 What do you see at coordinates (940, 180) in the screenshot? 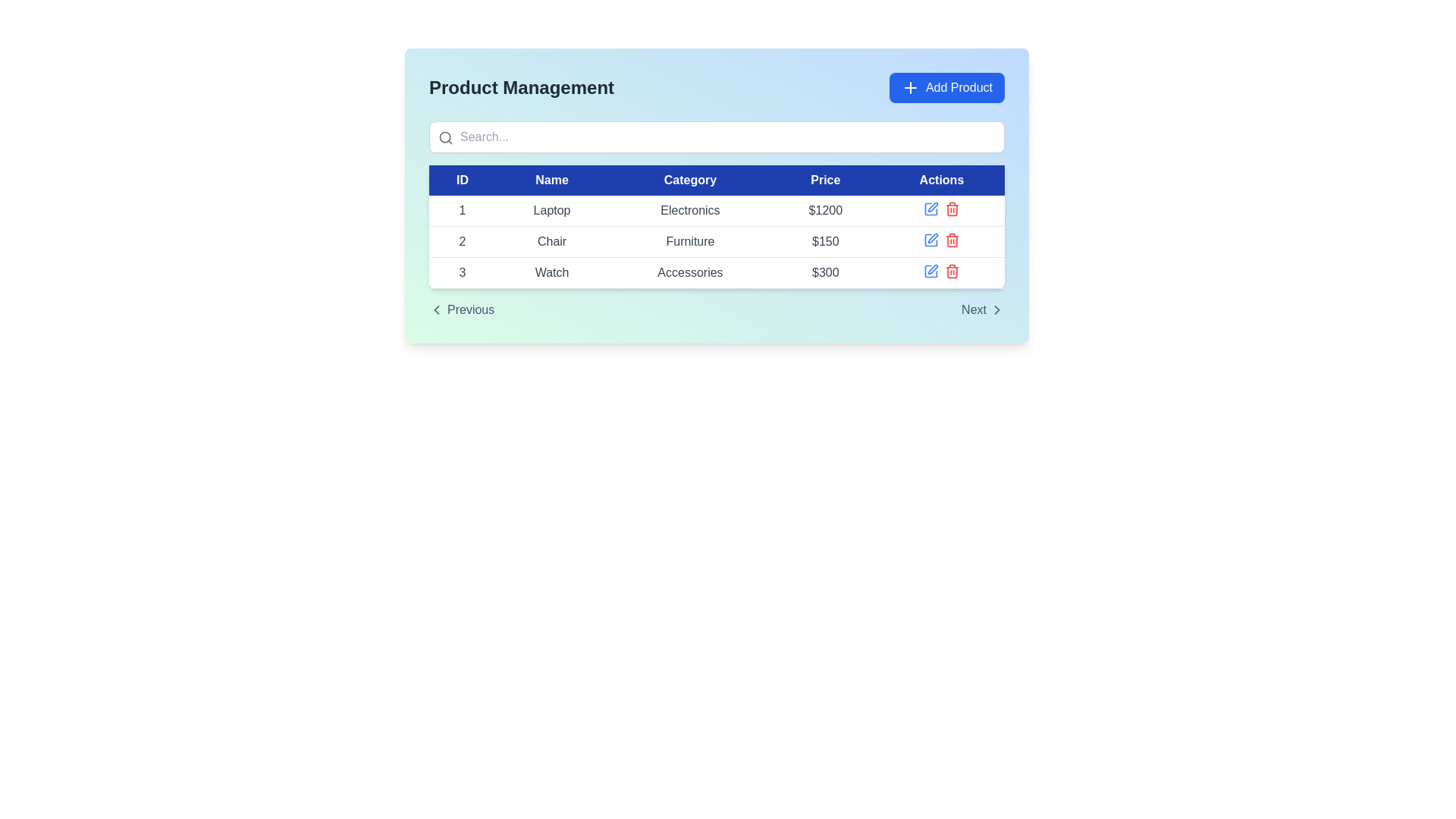
I see `the Text Label indicating the Actions column in the table, which is the fifth item in the header row, following 'ID', 'Name', 'Category', and 'Price'` at bounding box center [940, 180].